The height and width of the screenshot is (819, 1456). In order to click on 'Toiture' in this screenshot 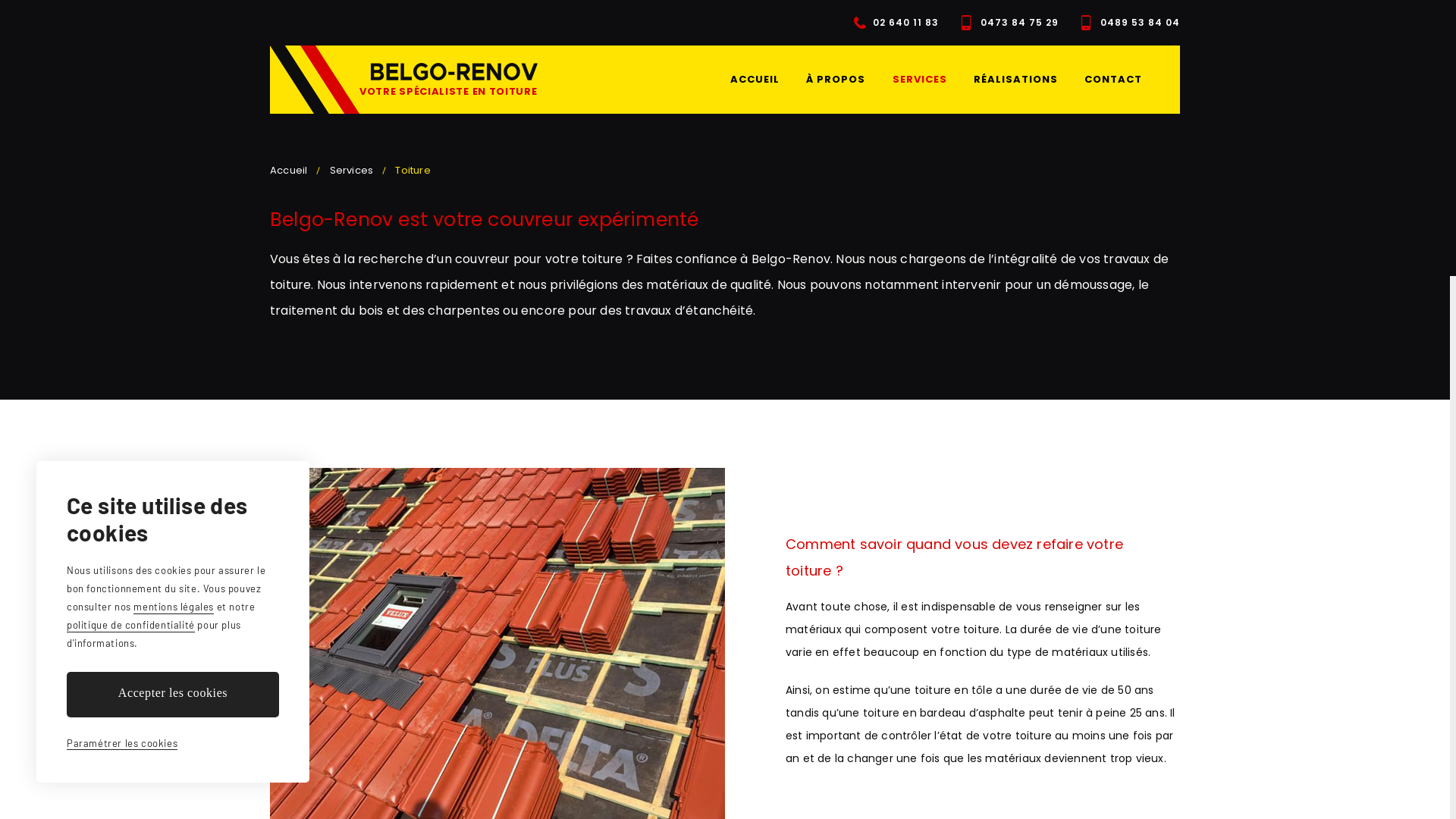, I will do `click(412, 170)`.